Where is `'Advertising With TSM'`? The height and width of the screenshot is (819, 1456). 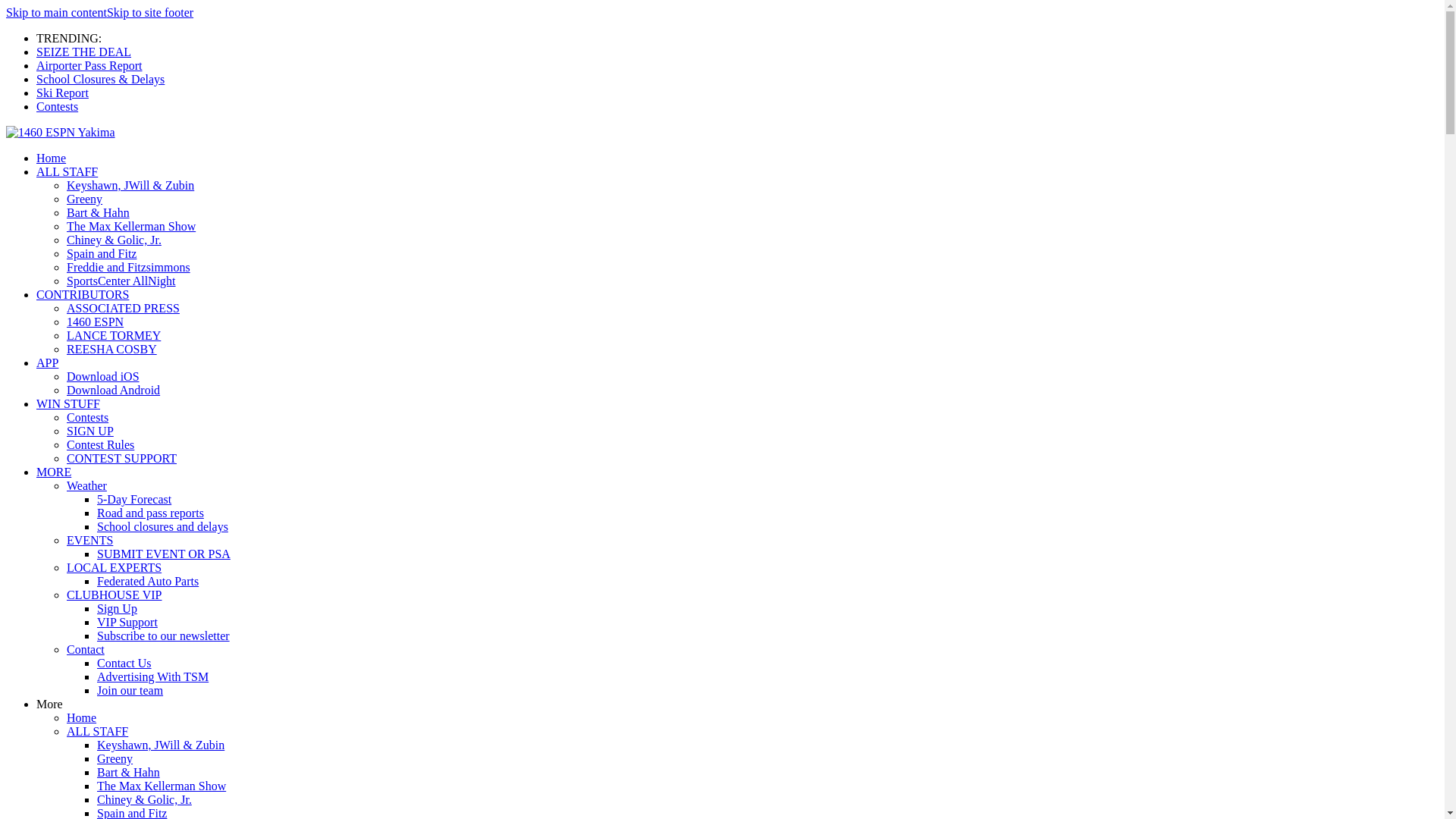 'Advertising With TSM' is located at coordinates (152, 676).